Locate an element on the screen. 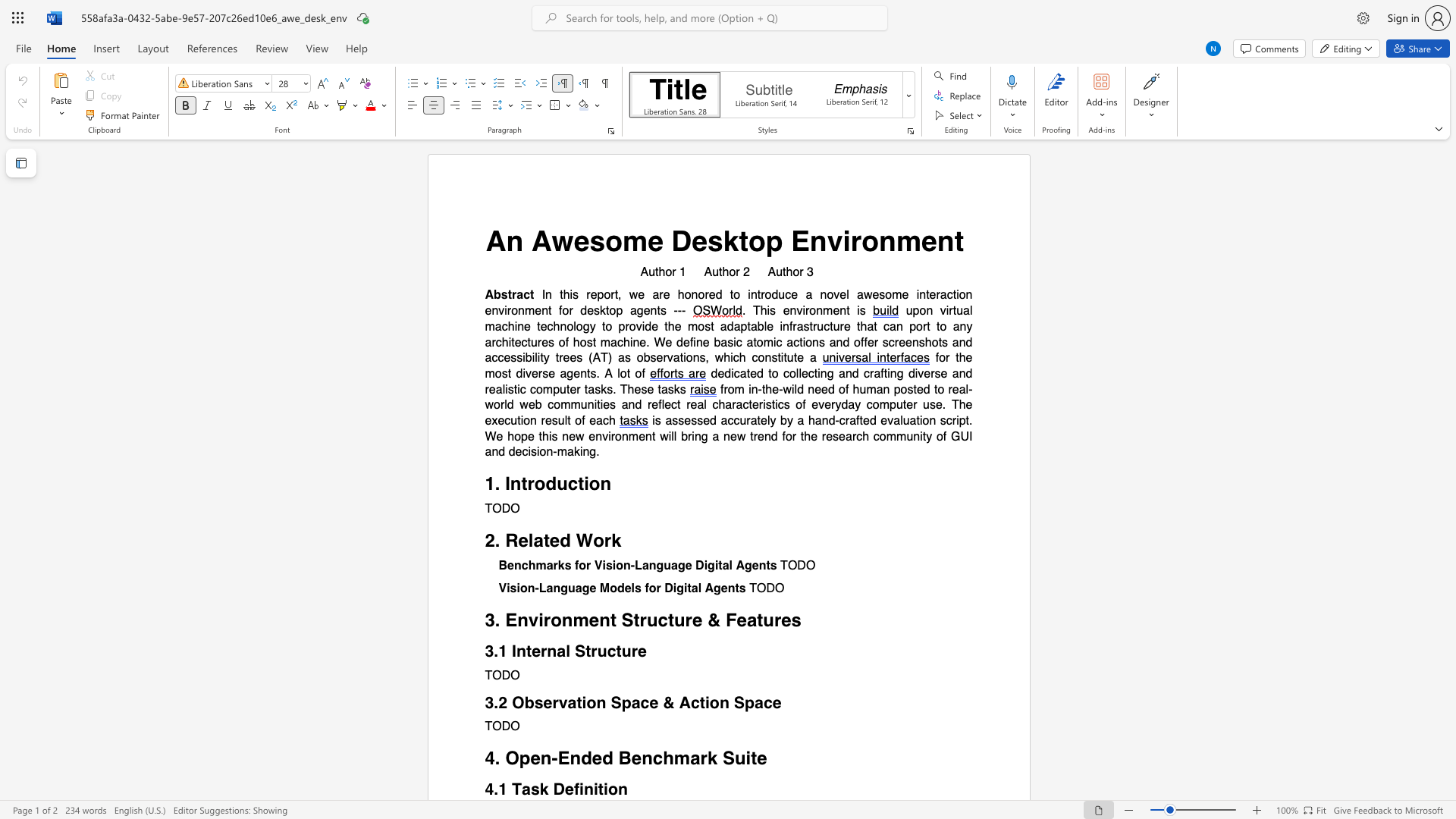  the subset text "fo" within the text "In this report, we are honored to introduce a novel awesome interaction environment for desktop agents ---" is located at coordinates (558, 310).